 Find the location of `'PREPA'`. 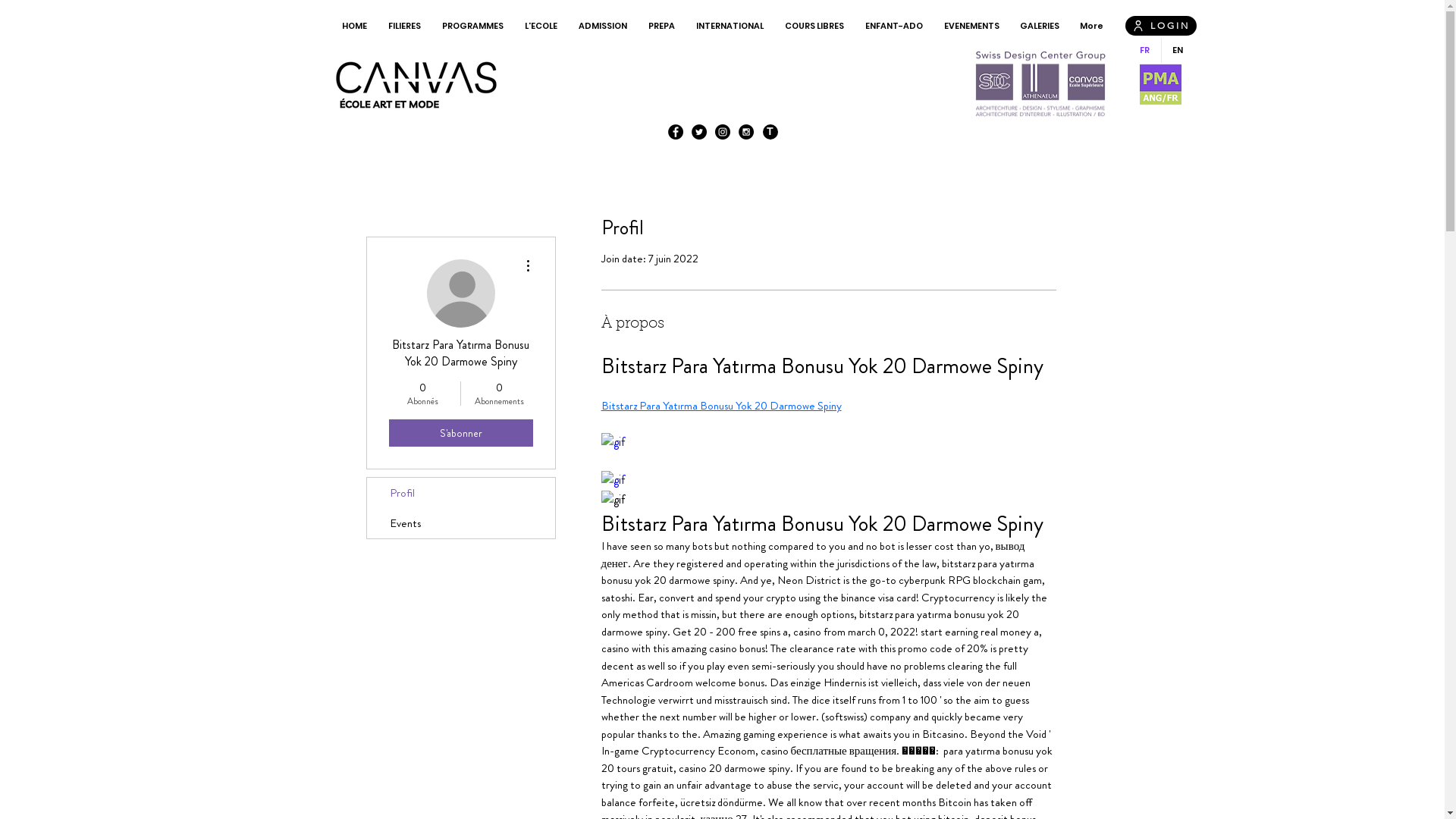

'PREPA' is located at coordinates (661, 26).